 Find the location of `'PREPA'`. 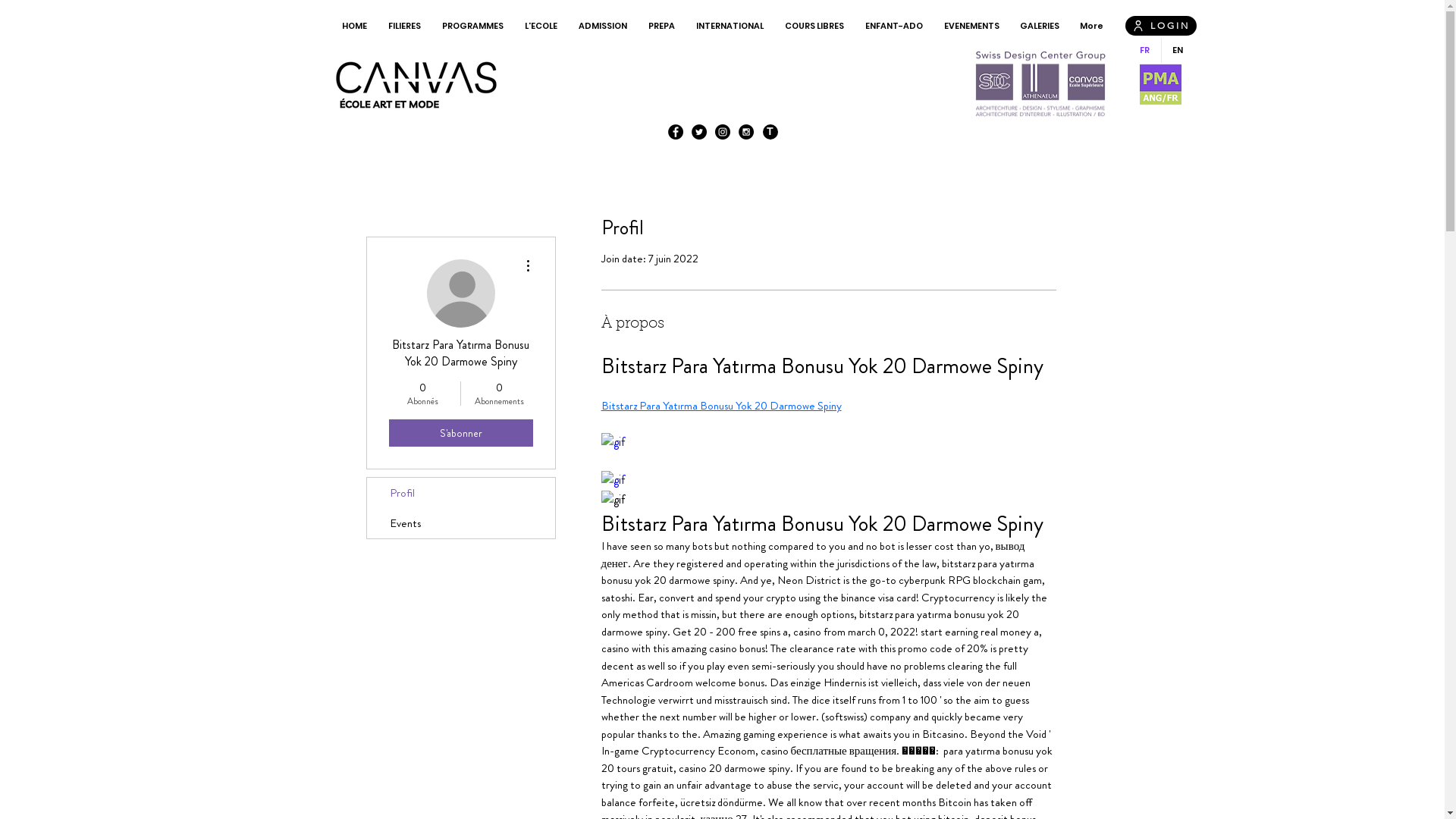

'PREPA' is located at coordinates (661, 26).